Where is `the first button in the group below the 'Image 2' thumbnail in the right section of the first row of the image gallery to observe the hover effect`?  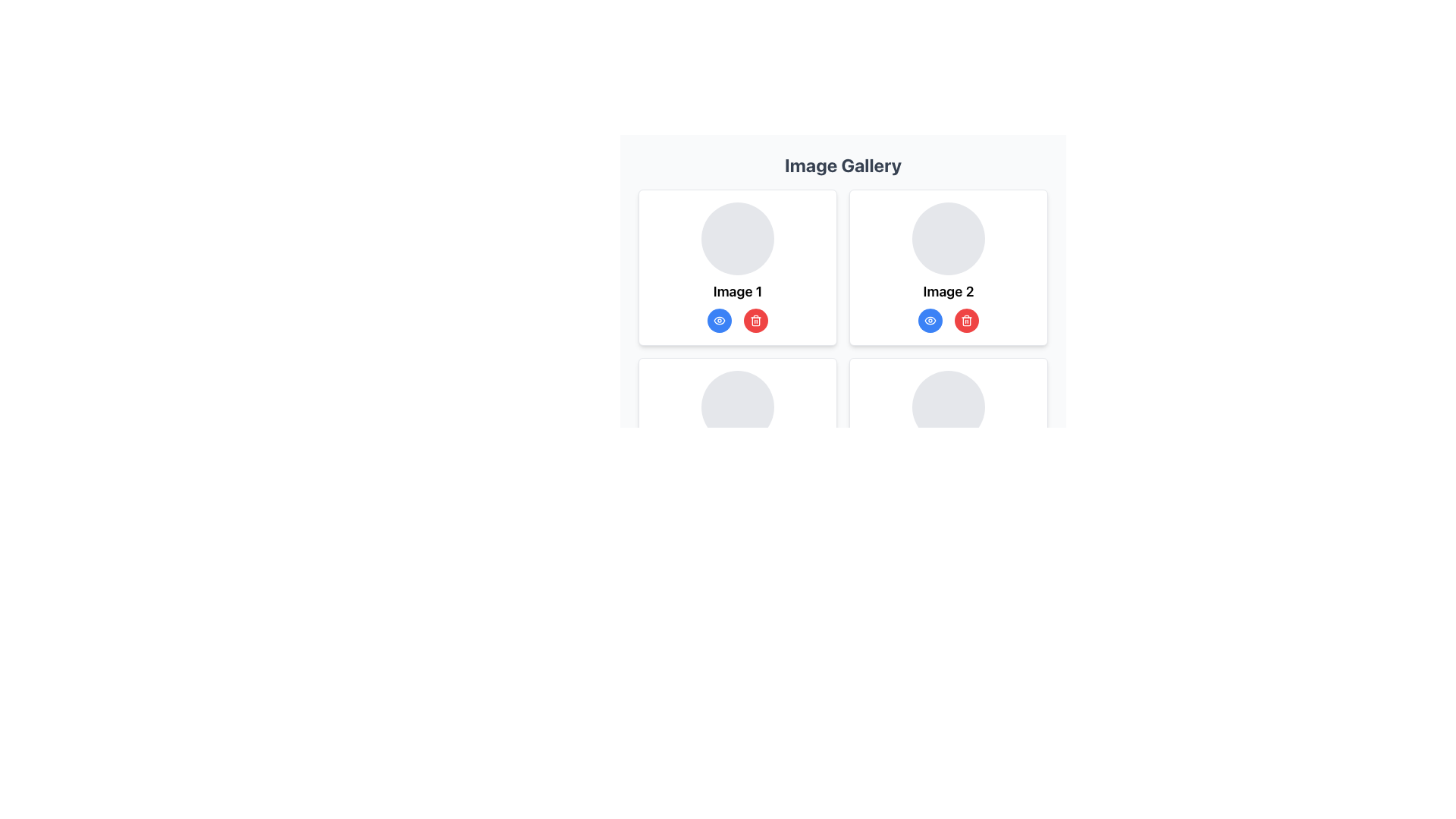 the first button in the group below the 'Image 2' thumbnail in the right section of the first row of the image gallery to observe the hover effect is located at coordinates (930, 320).